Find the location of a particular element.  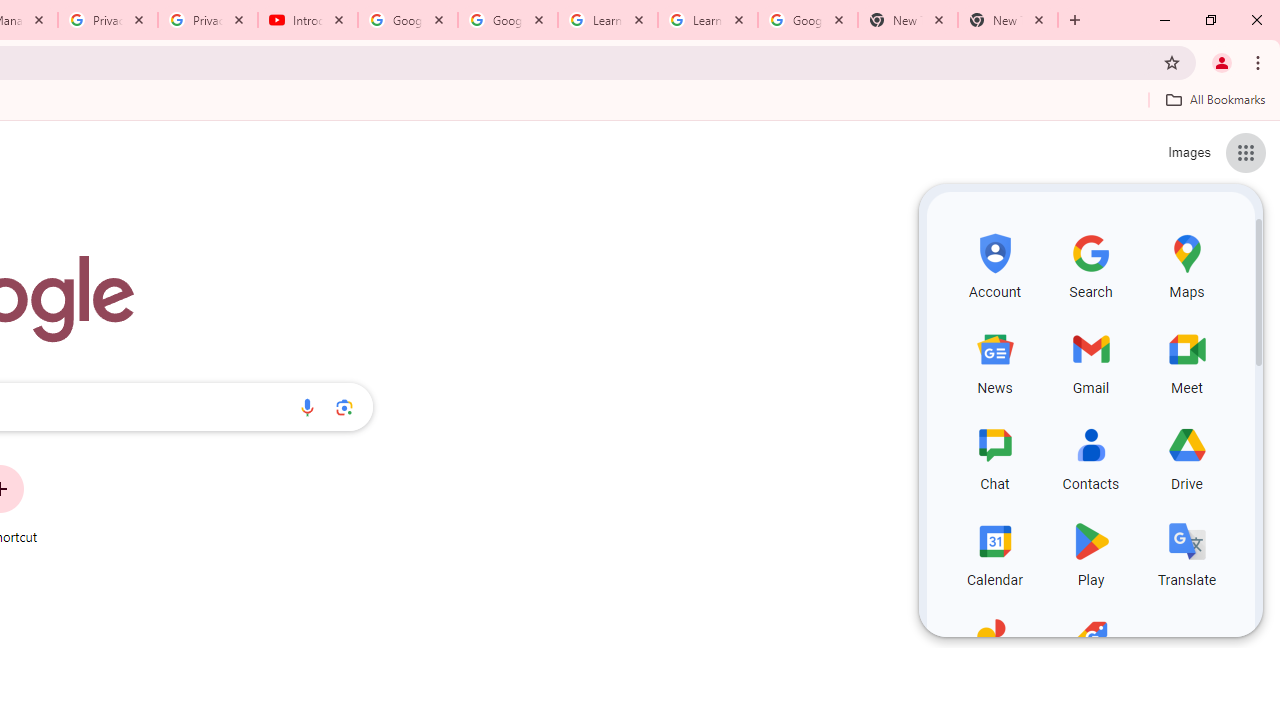

'Drive, row 3 of 5 and column 3 of 3 in the first section' is located at coordinates (1187, 456).